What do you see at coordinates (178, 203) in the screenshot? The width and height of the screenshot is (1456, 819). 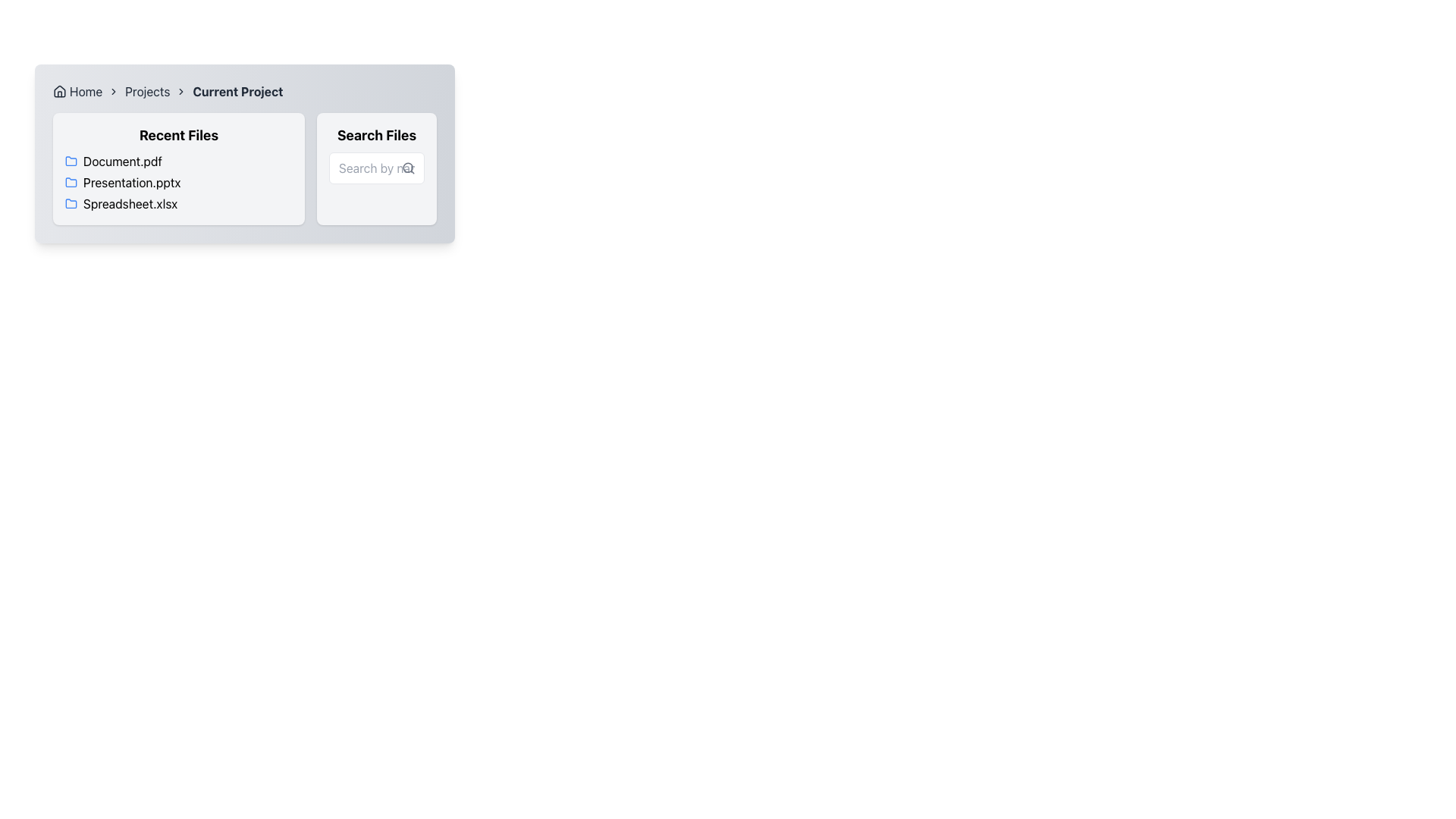 I see `the 'Spreadsheet.xlsx' file representation entry` at bounding box center [178, 203].